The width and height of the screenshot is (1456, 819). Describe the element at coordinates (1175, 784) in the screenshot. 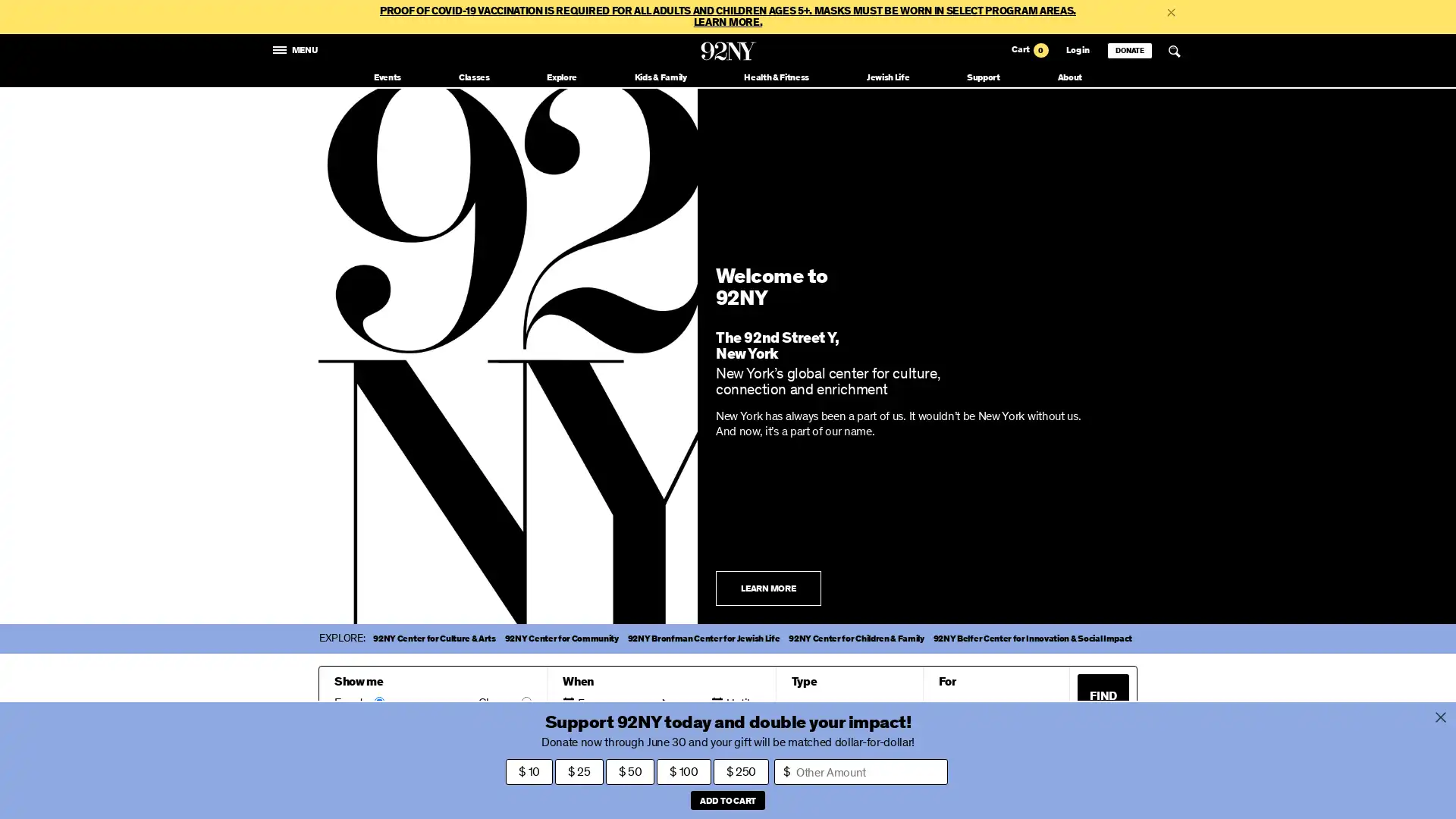

I see `Close Email Signup` at that location.